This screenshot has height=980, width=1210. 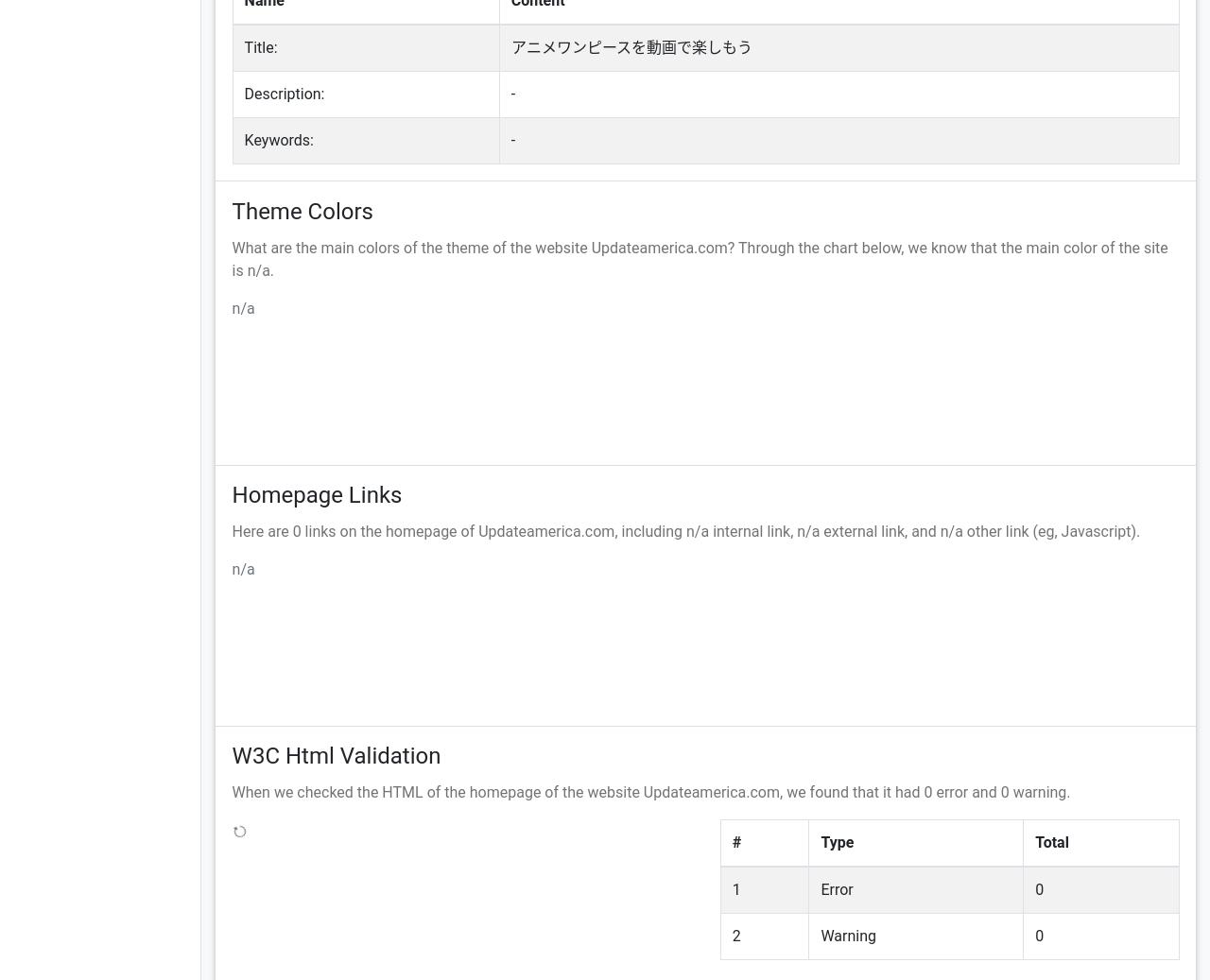 I want to click on '#', so click(x=735, y=842).